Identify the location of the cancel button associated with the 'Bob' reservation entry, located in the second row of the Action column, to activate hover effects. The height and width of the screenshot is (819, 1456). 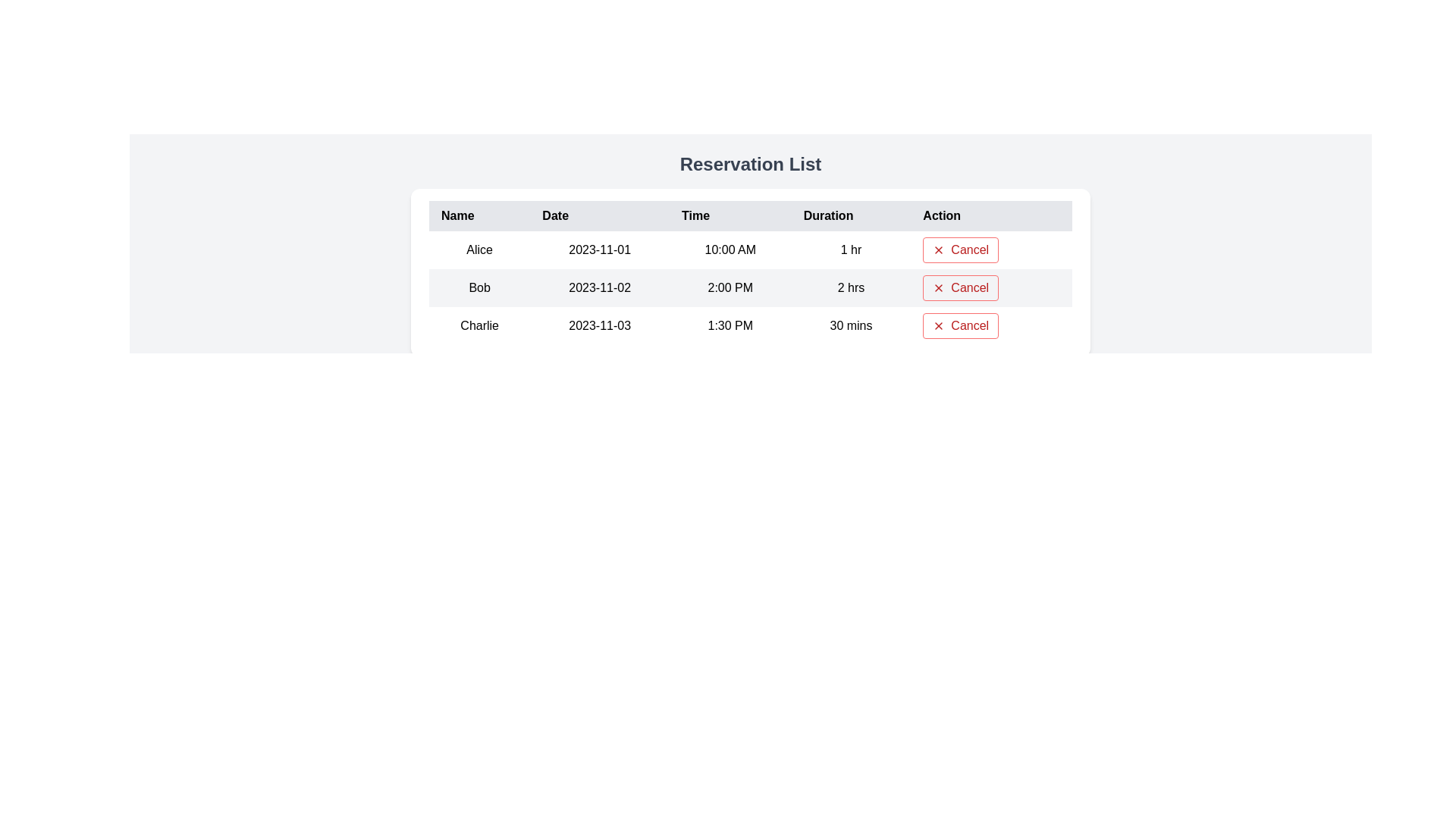
(960, 288).